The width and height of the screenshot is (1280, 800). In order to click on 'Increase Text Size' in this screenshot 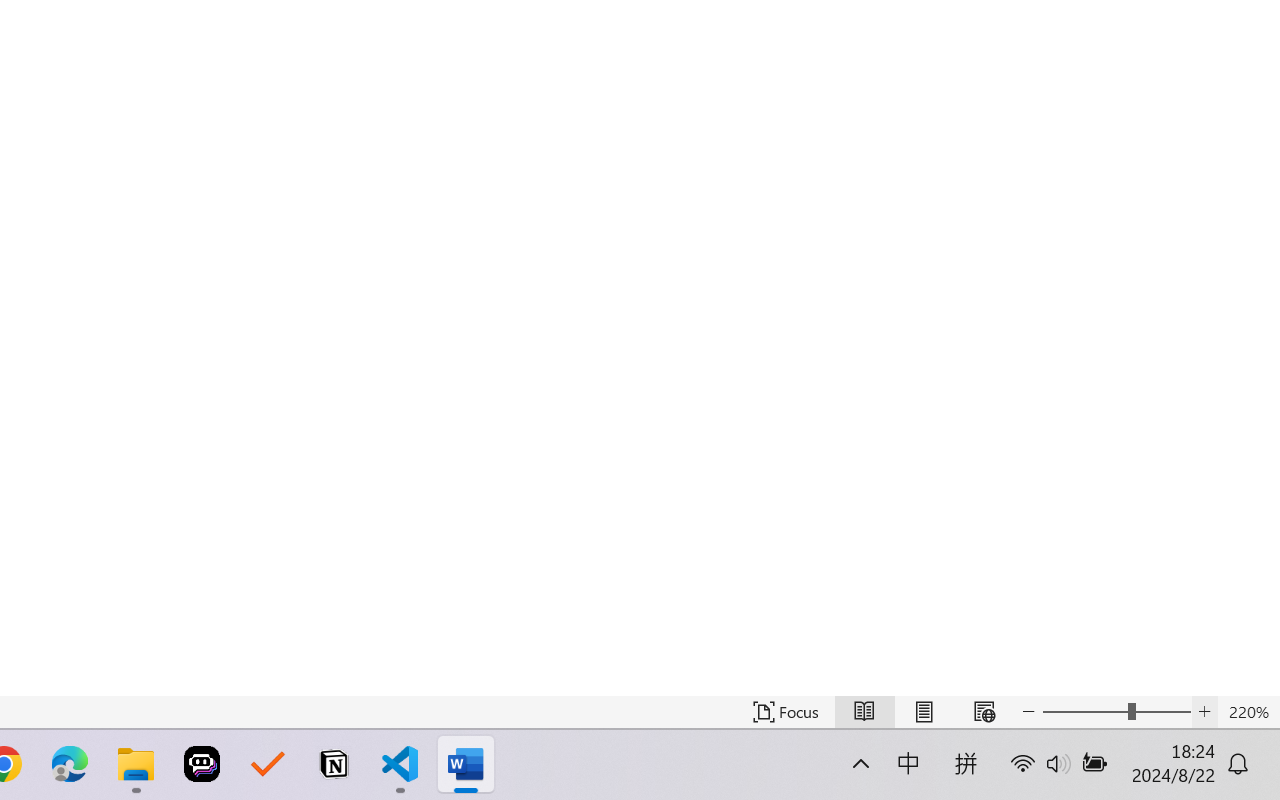, I will do `click(1204, 711)`.